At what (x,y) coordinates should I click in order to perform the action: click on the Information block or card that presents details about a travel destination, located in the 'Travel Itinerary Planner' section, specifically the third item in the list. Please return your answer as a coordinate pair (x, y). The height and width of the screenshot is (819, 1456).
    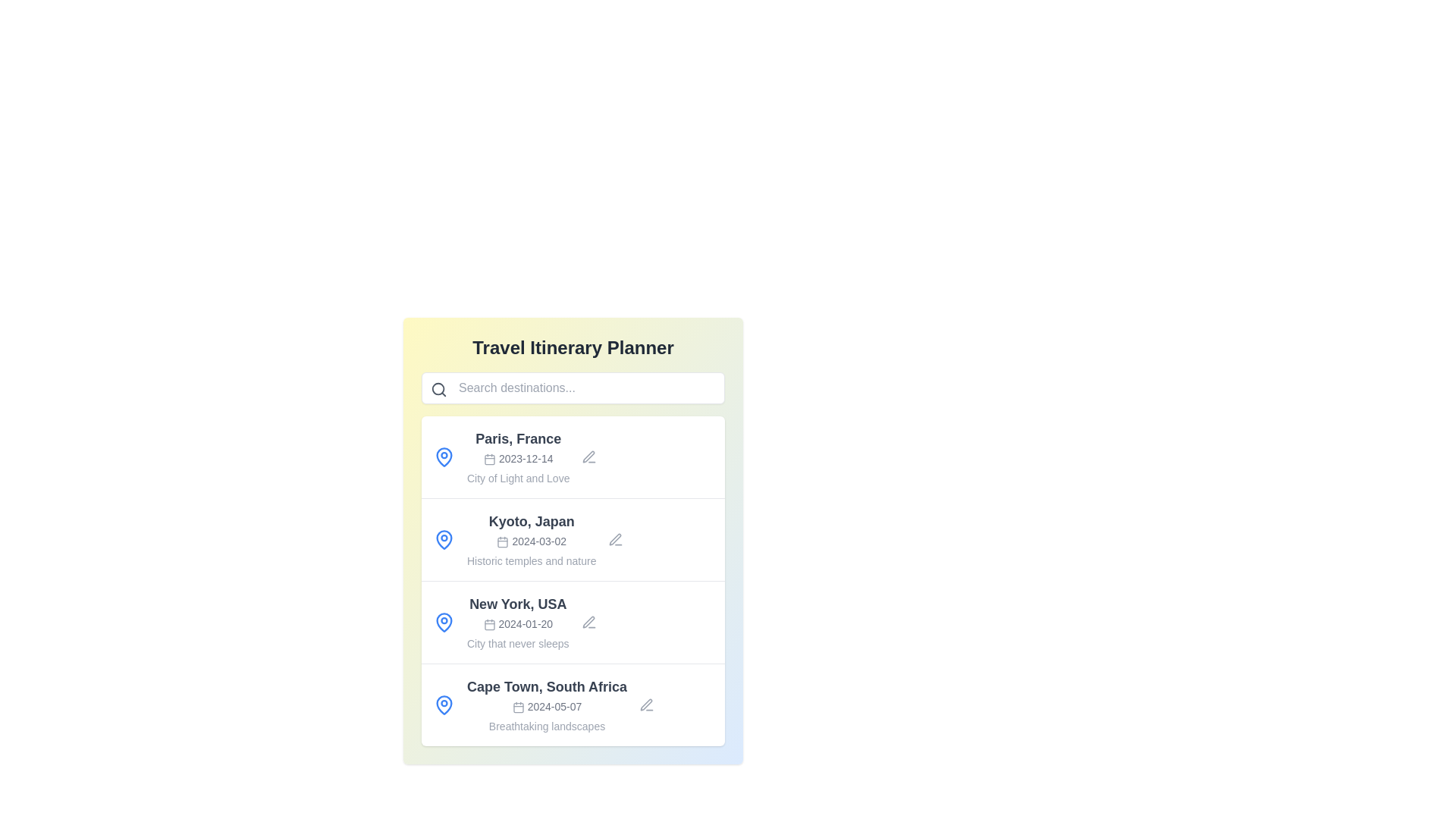
    Looking at the image, I should click on (518, 623).